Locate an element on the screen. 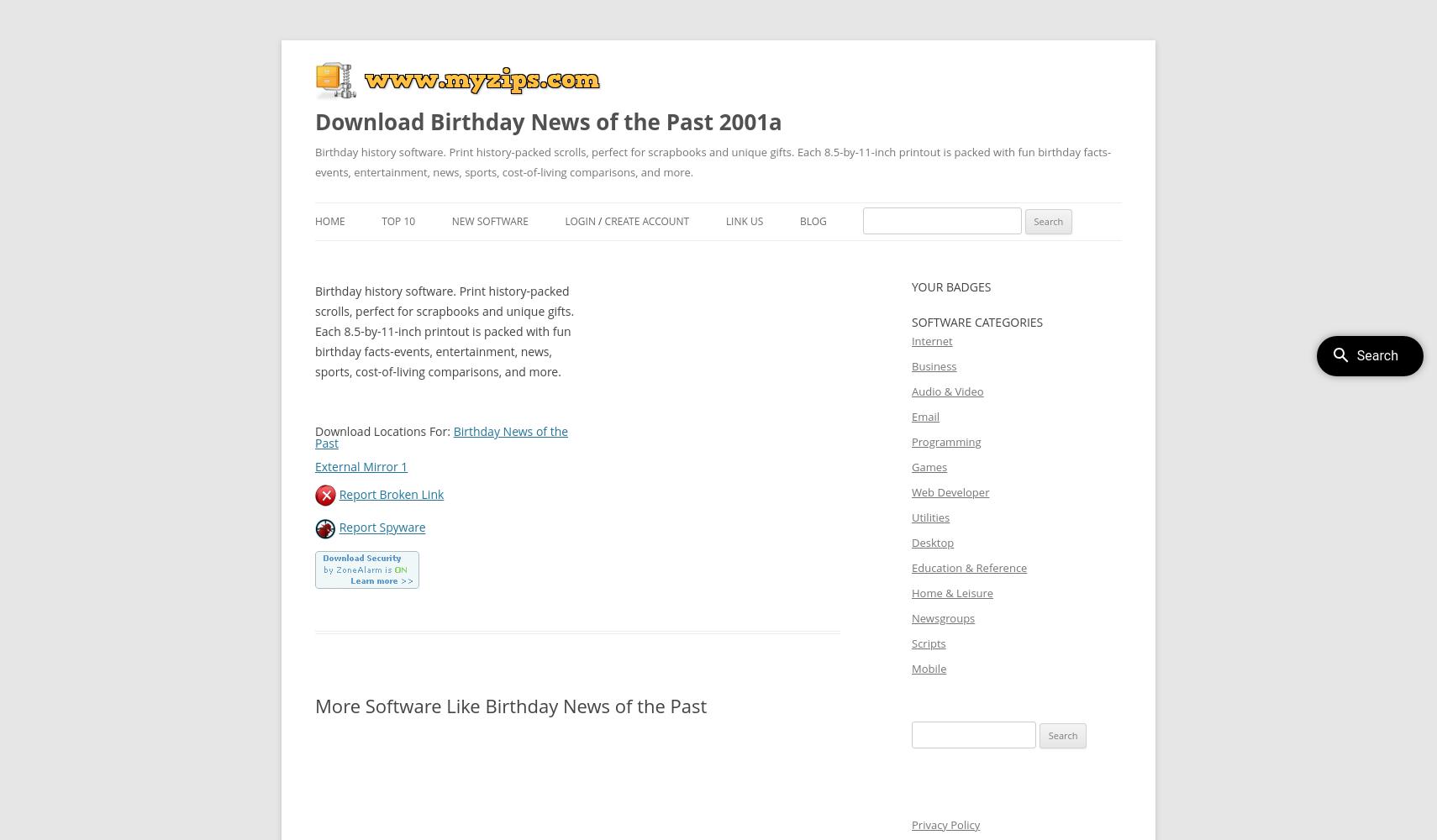 This screenshot has height=840, width=1437. 'Birthday News of the Past' is located at coordinates (314, 437).